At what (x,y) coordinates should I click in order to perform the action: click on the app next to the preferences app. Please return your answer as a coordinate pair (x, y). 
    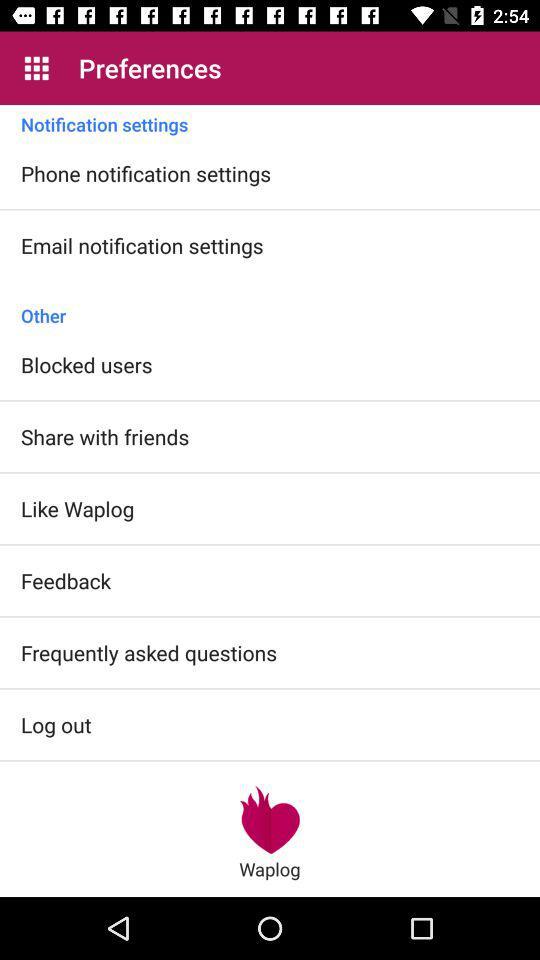
    Looking at the image, I should click on (36, 68).